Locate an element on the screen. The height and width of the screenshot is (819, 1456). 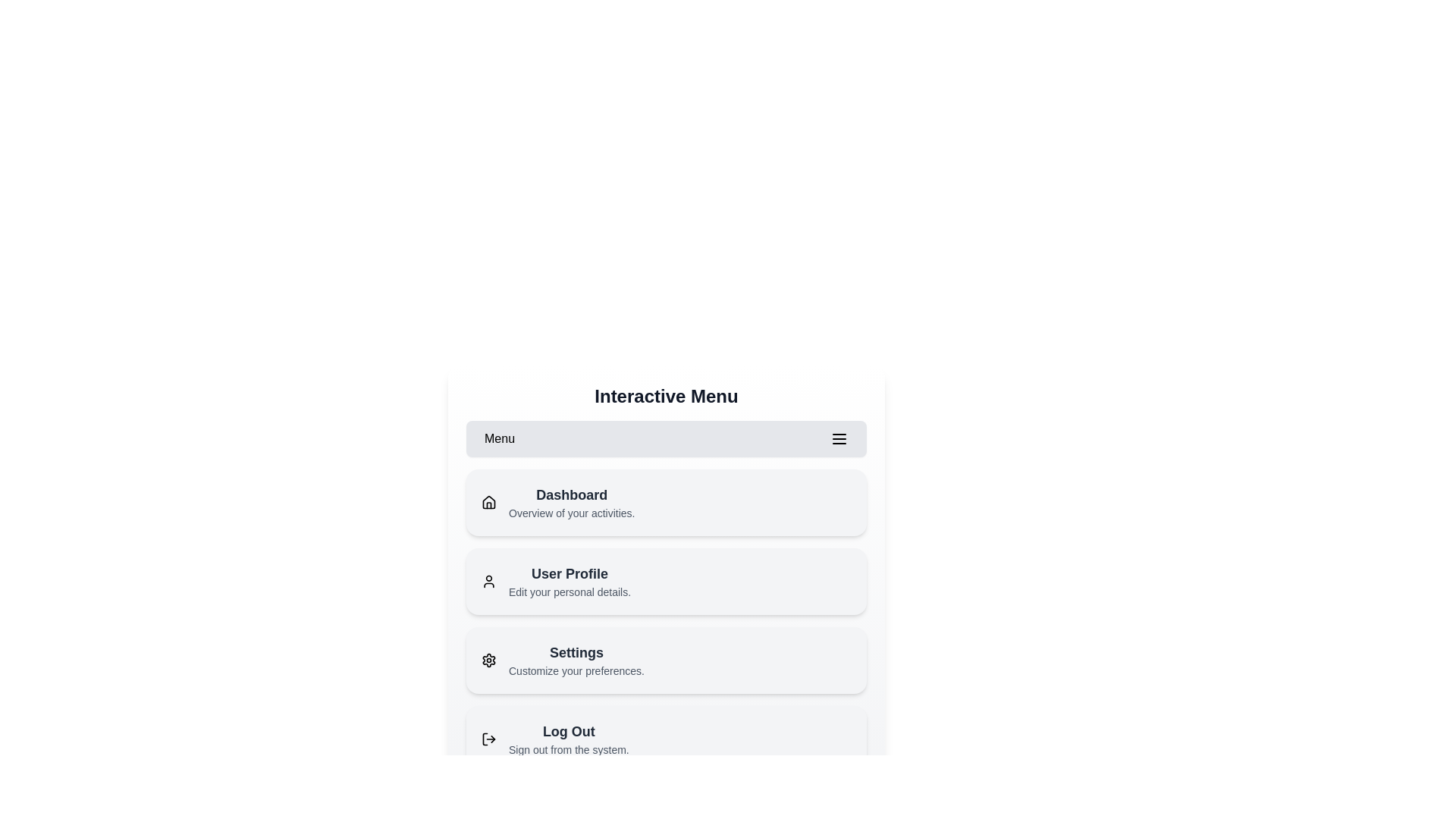
the 'Menu' button to toggle the menu visibility is located at coordinates (666, 438).